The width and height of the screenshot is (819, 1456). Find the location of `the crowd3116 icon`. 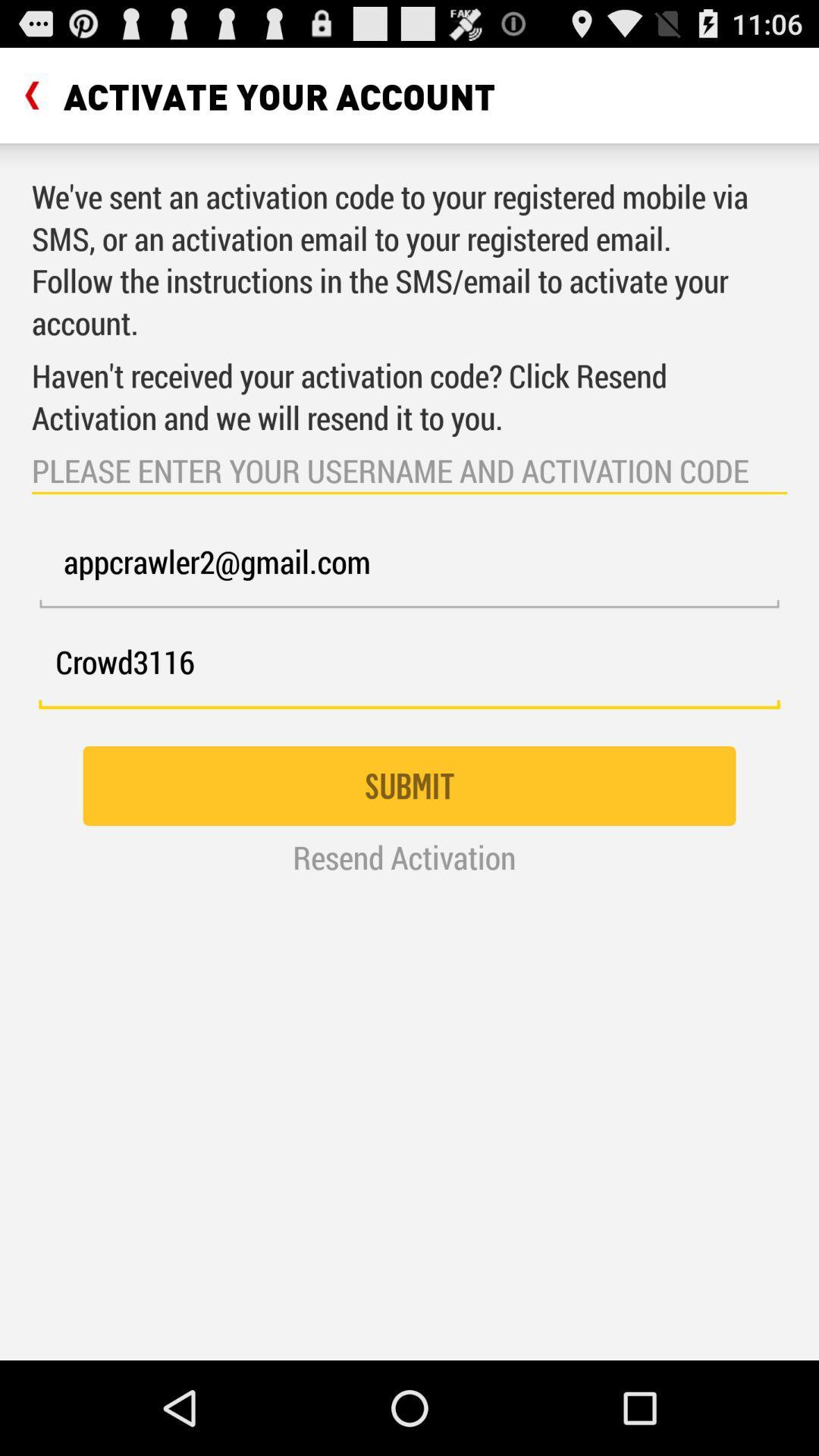

the crowd3116 icon is located at coordinates (409, 670).